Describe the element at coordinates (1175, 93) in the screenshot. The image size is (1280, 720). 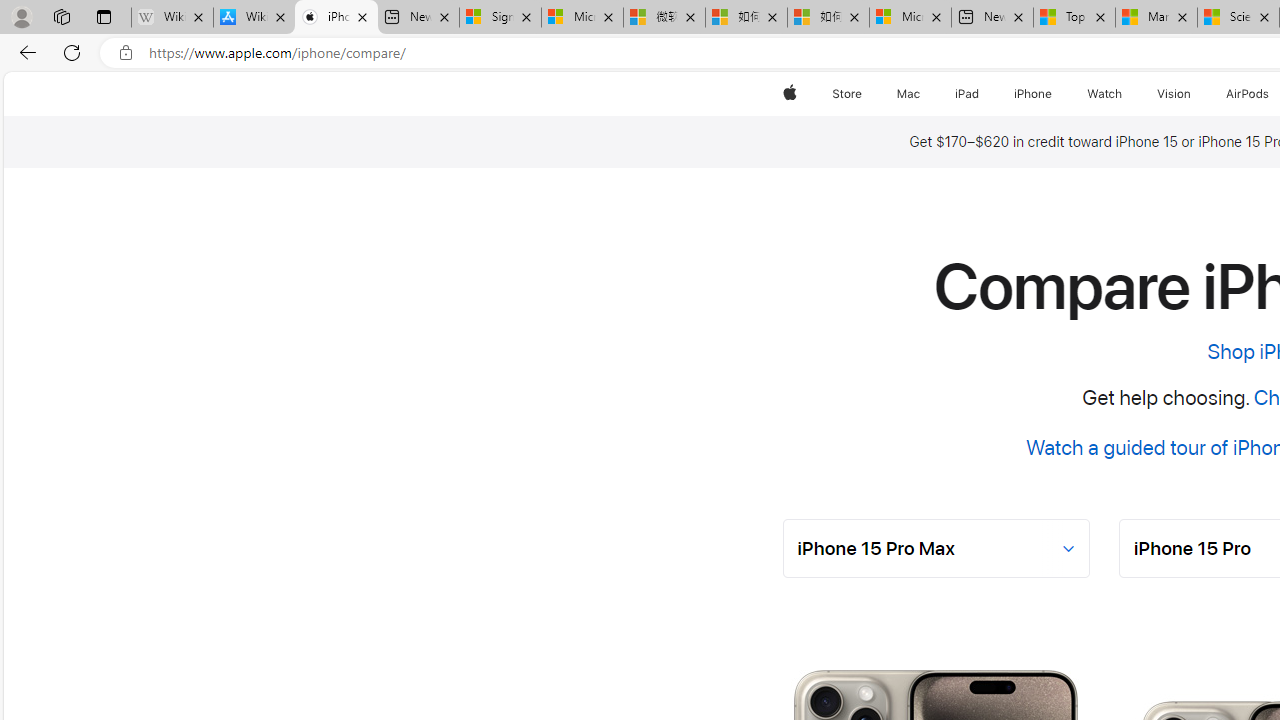
I see `'Vision'` at that location.